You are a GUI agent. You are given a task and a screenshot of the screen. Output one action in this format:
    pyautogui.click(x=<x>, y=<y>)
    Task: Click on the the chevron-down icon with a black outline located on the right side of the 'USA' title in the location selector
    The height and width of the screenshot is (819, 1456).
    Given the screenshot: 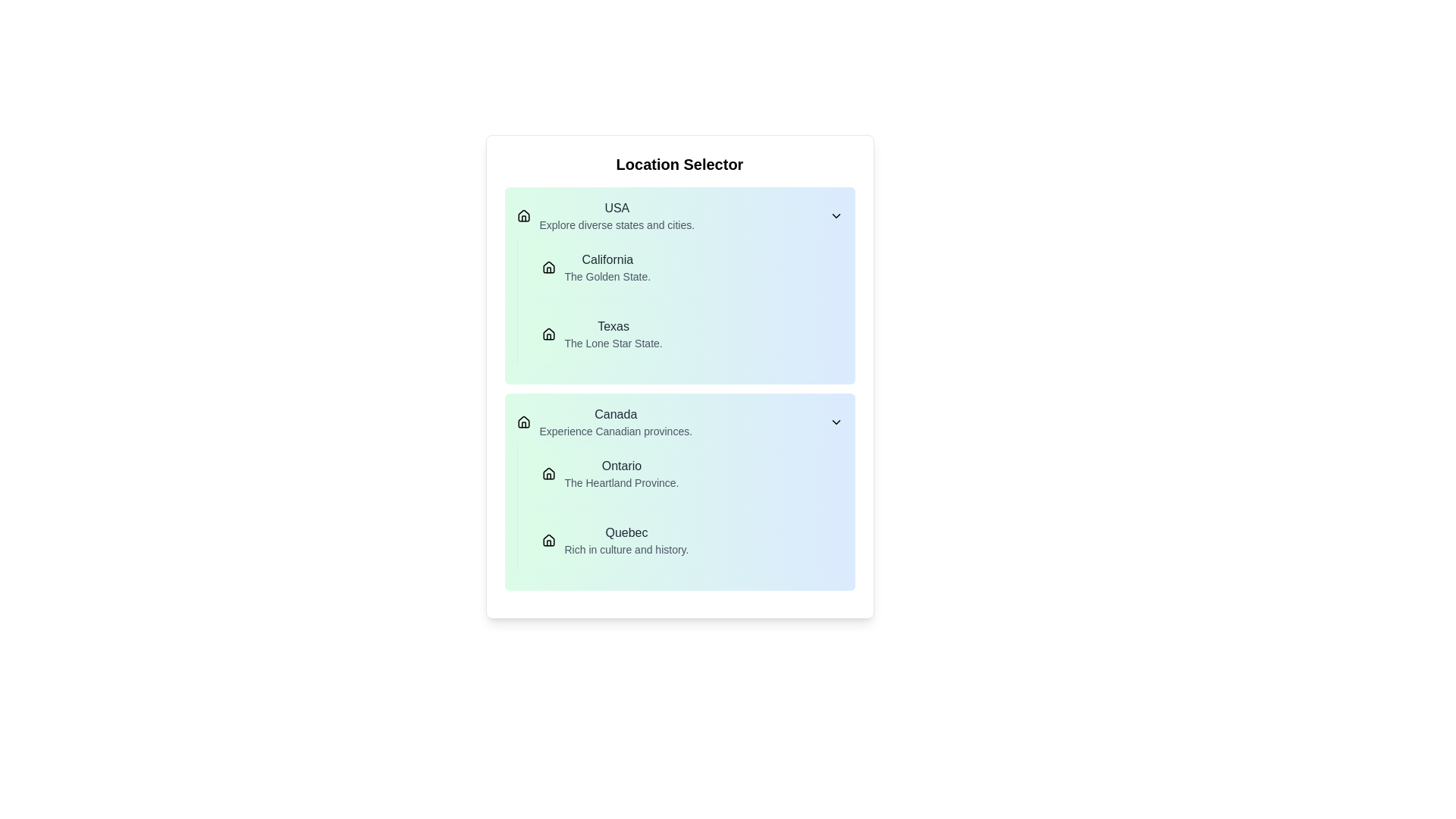 What is the action you would take?
    pyautogui.click(x=835, y=216)
    